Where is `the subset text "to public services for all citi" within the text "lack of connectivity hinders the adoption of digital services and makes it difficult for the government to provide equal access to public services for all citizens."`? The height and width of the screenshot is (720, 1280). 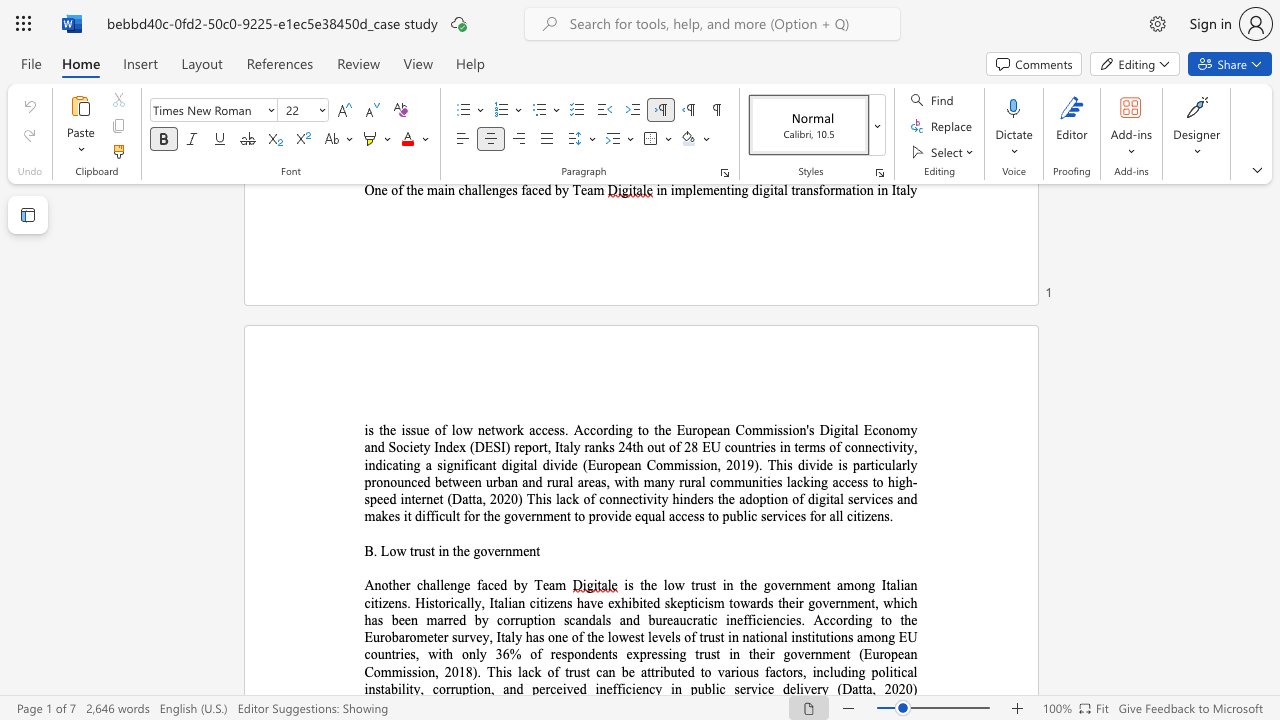
the subset text "to public services for all citi" within the text "lack of connectivity hinders the adoption of digital services and makes it difficult for the government to provide equal access to public services for all citizens." is located at coordinates (708, 515).